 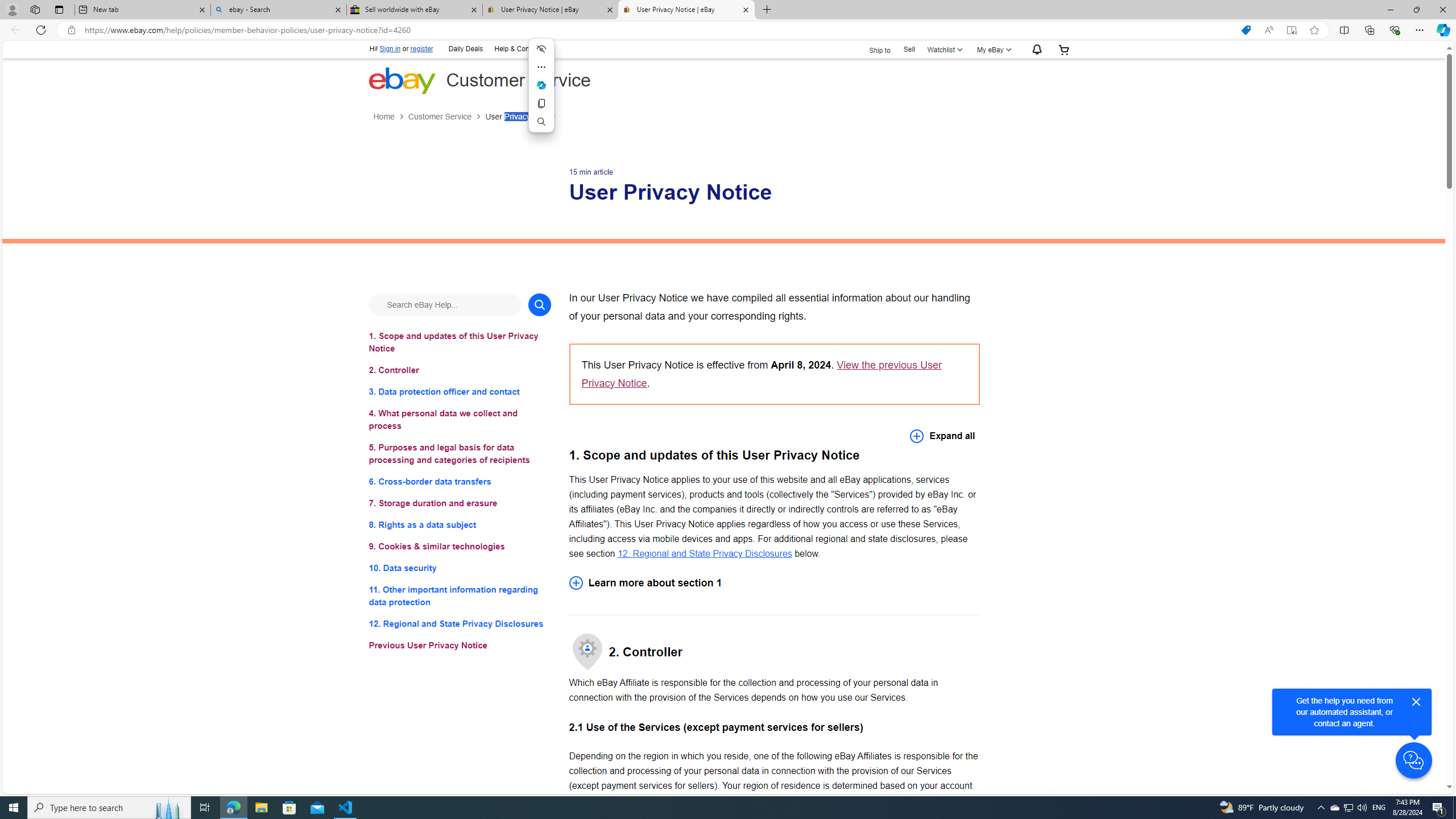 What do you see at coordinates (541, 92) in the screenshot?
I see `'Mini menu on text selection'` at bounding box center [541, 92].